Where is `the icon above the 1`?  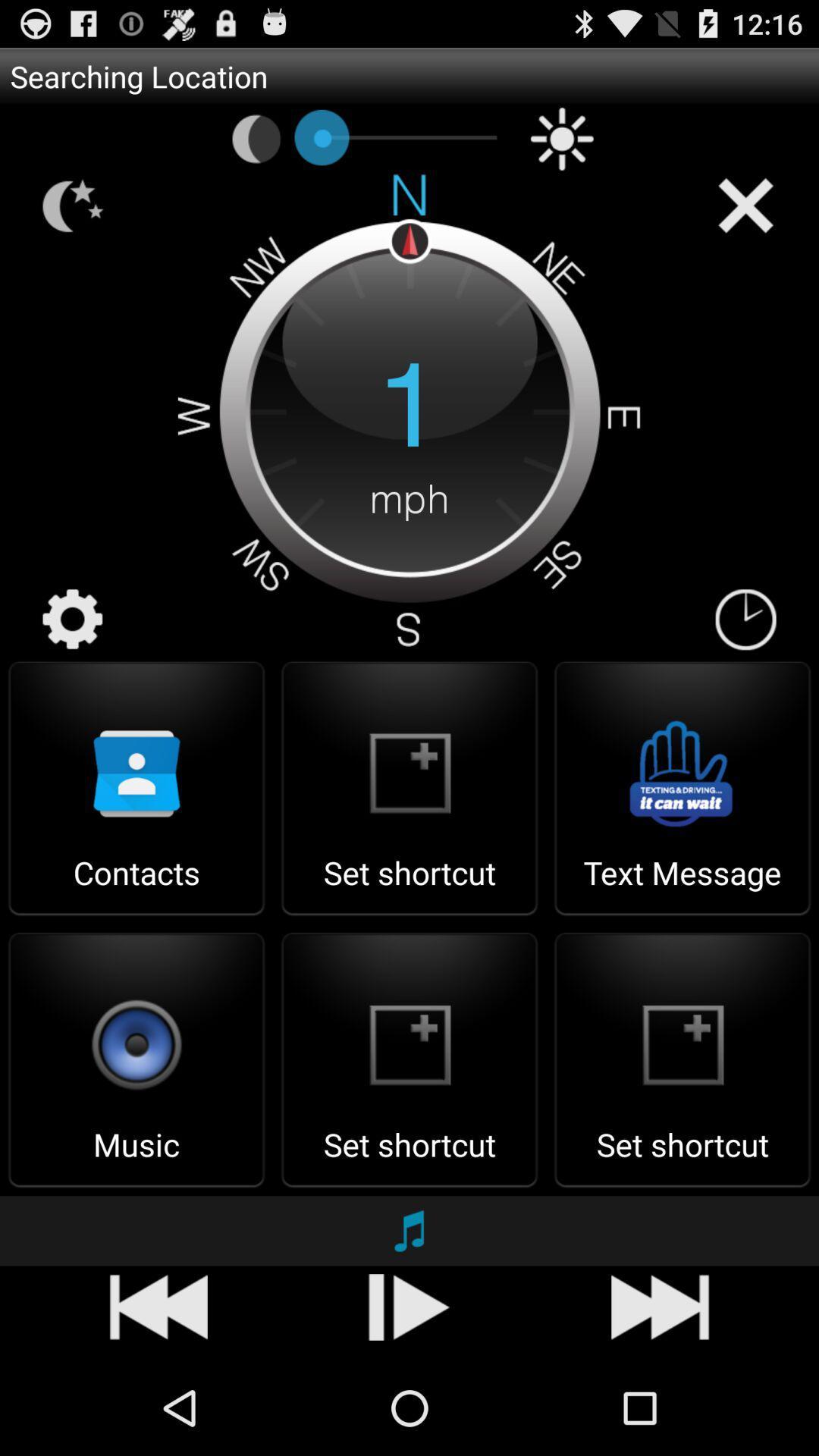 the icon above the 1 is located at coordinates (562, 139).